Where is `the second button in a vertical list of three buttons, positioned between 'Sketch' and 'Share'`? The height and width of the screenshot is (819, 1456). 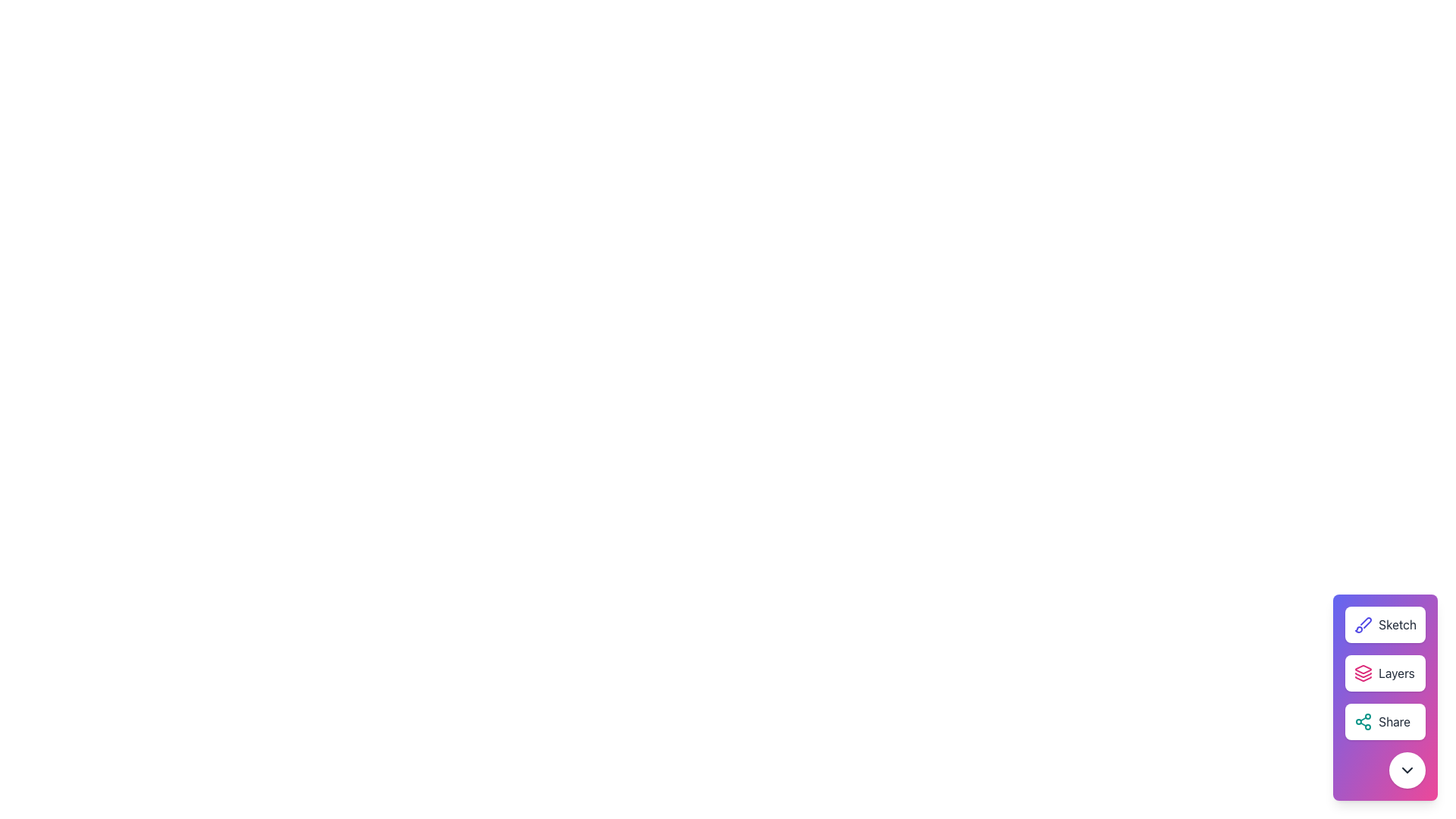 the second button in a vertical list of three buttons, positioned between 'Sketch' and 'Share' is located at coordinates (1385, 672).